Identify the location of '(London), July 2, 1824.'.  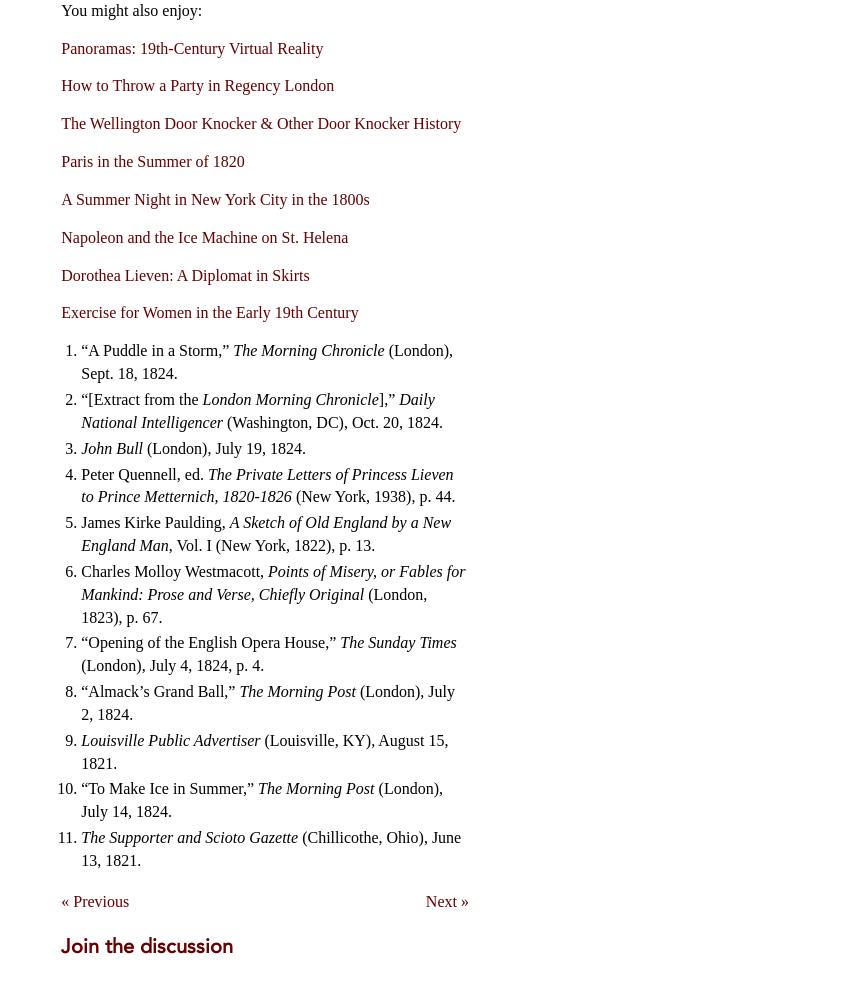
(266, 702).